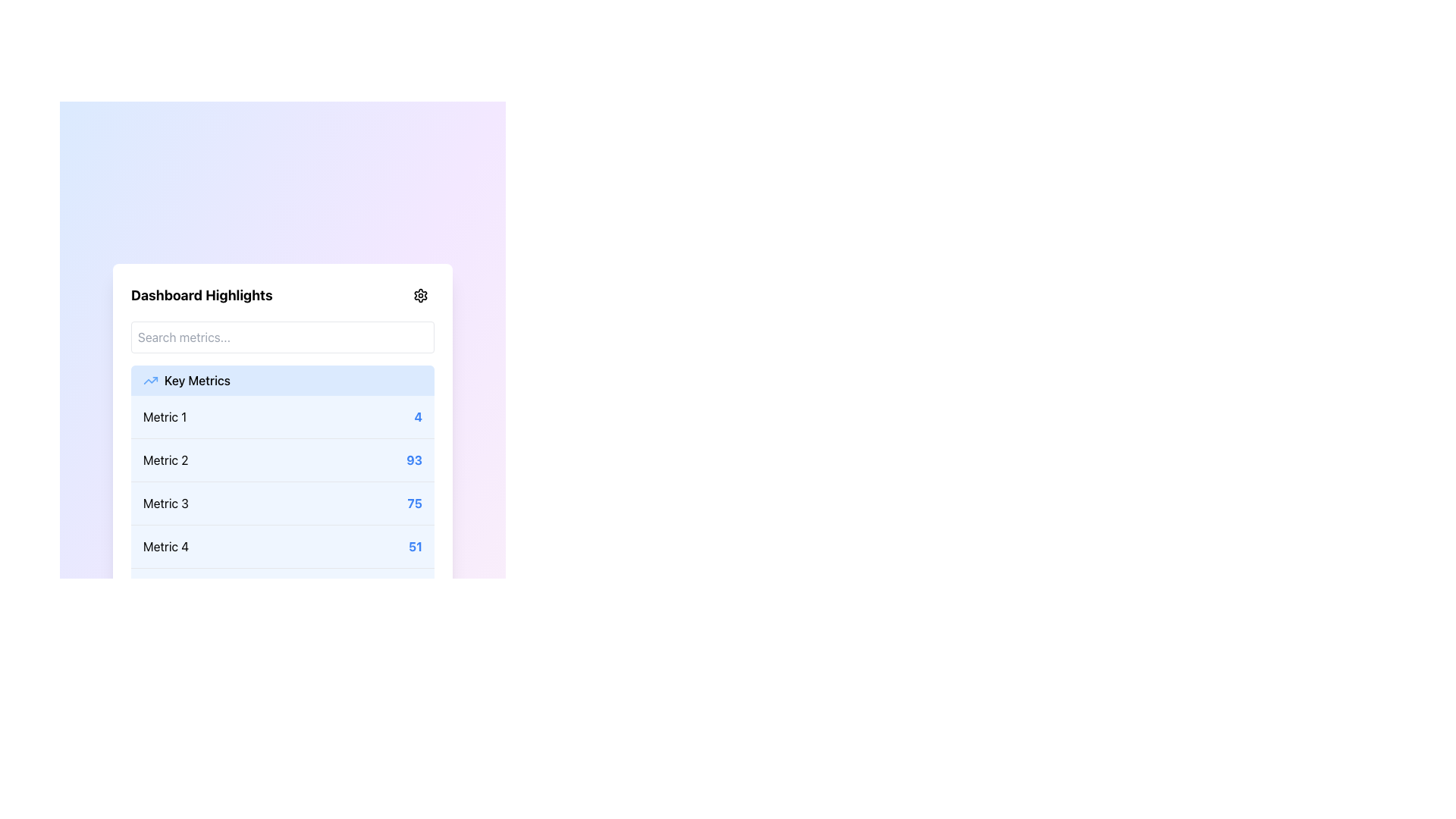 Image resolution: width=1456 pixels, height=819 pixels. I want to click on specific metric values, so click(283, 531).